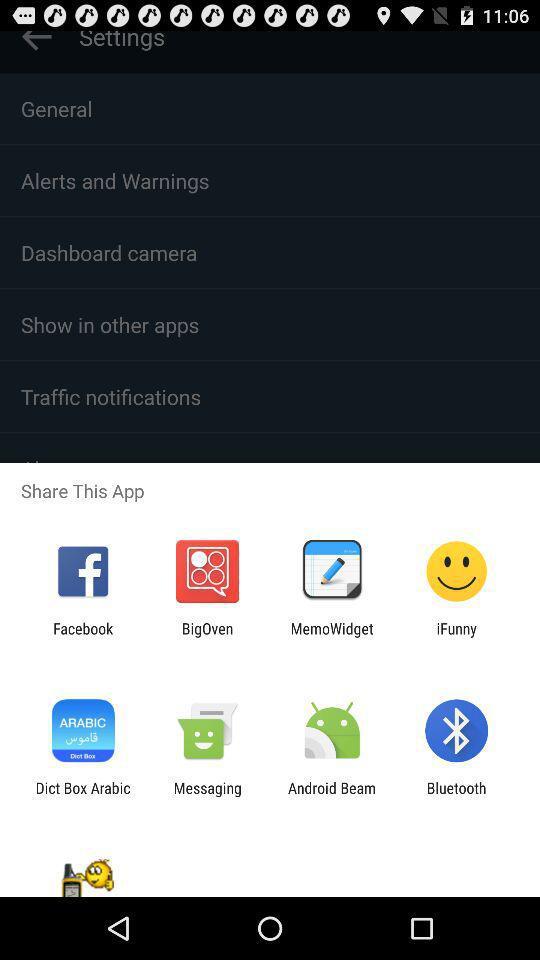 This screenshot has width=540, height=960. What do you see at coordinates (456, 636) in the screenshot?
I see `item to the right of the memowidget app` at bounding box center [456, 636].